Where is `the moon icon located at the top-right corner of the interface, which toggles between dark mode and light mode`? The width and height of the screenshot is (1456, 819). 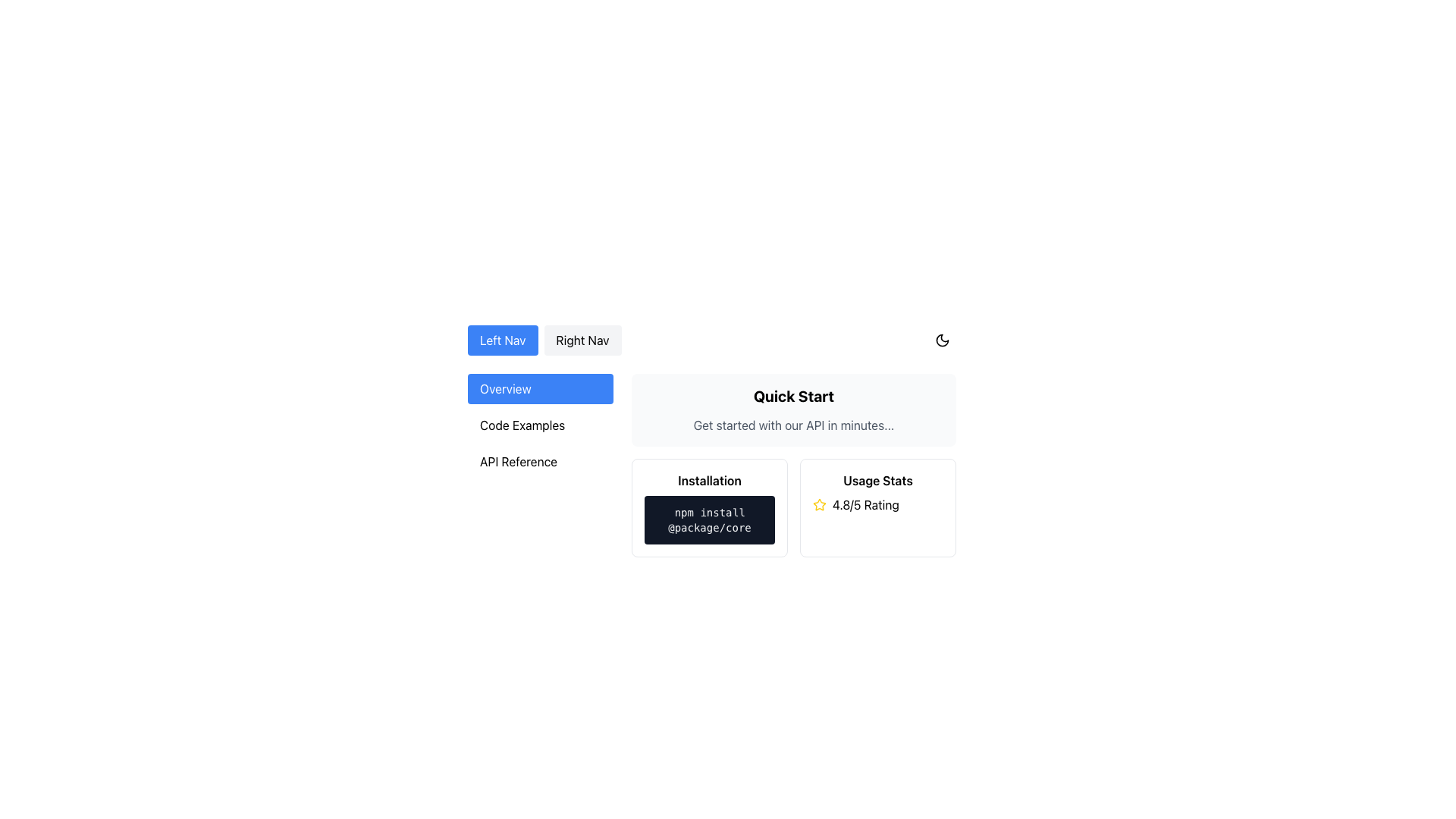
the moon icon located at the top-right corner of the interface, which toggles between dark mode and light mode is located at coordinates (942, 339).